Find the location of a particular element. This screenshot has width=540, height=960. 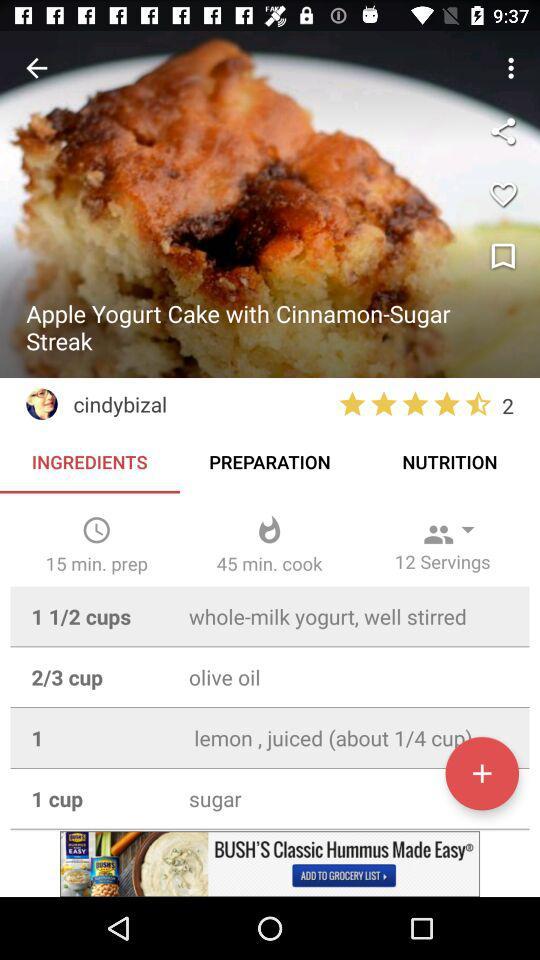

go back is located at coordinates (36, 68).